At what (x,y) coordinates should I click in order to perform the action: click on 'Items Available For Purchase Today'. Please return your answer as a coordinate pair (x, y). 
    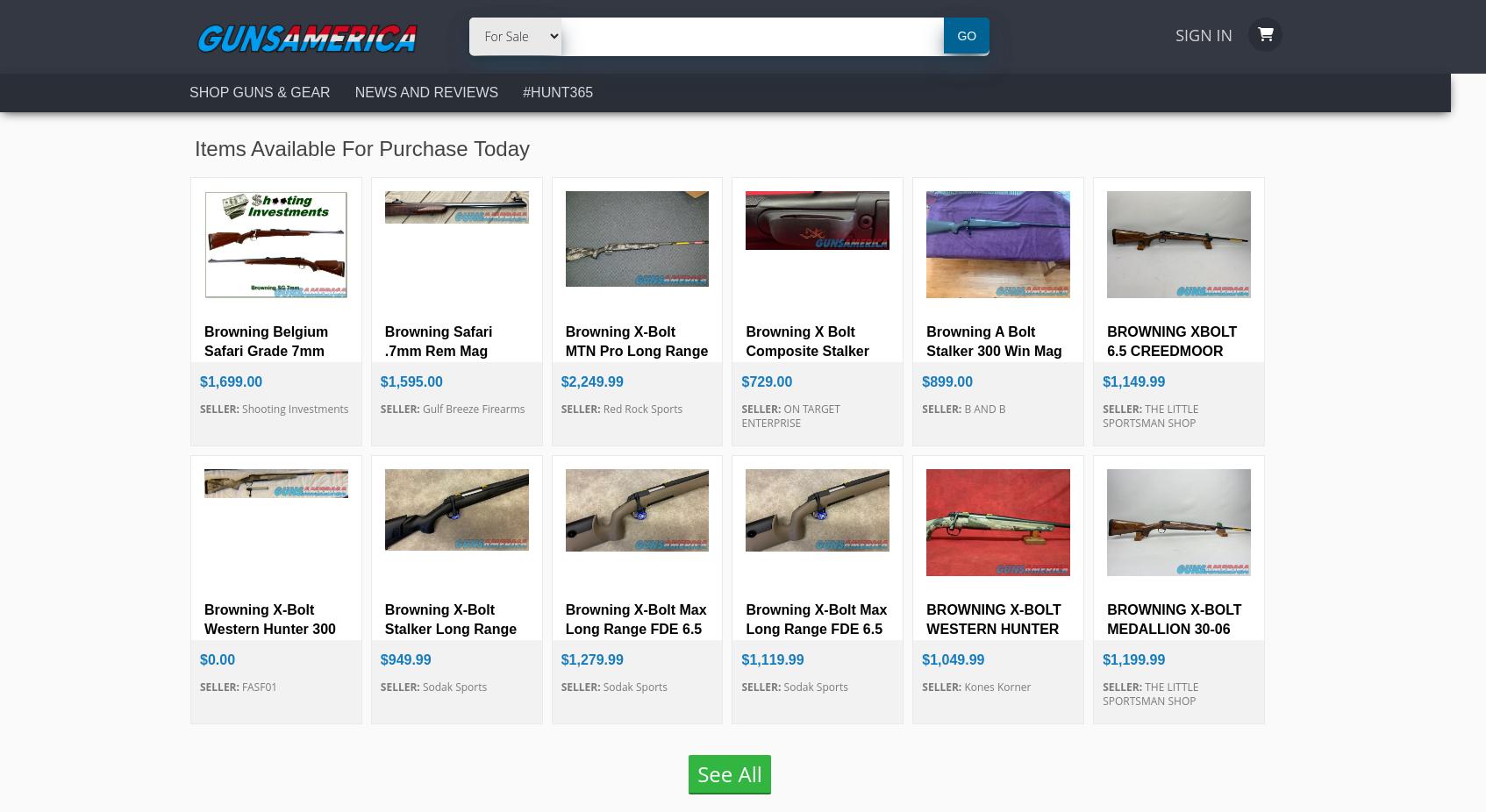
    Looking at the image, I should click on (361, 147).